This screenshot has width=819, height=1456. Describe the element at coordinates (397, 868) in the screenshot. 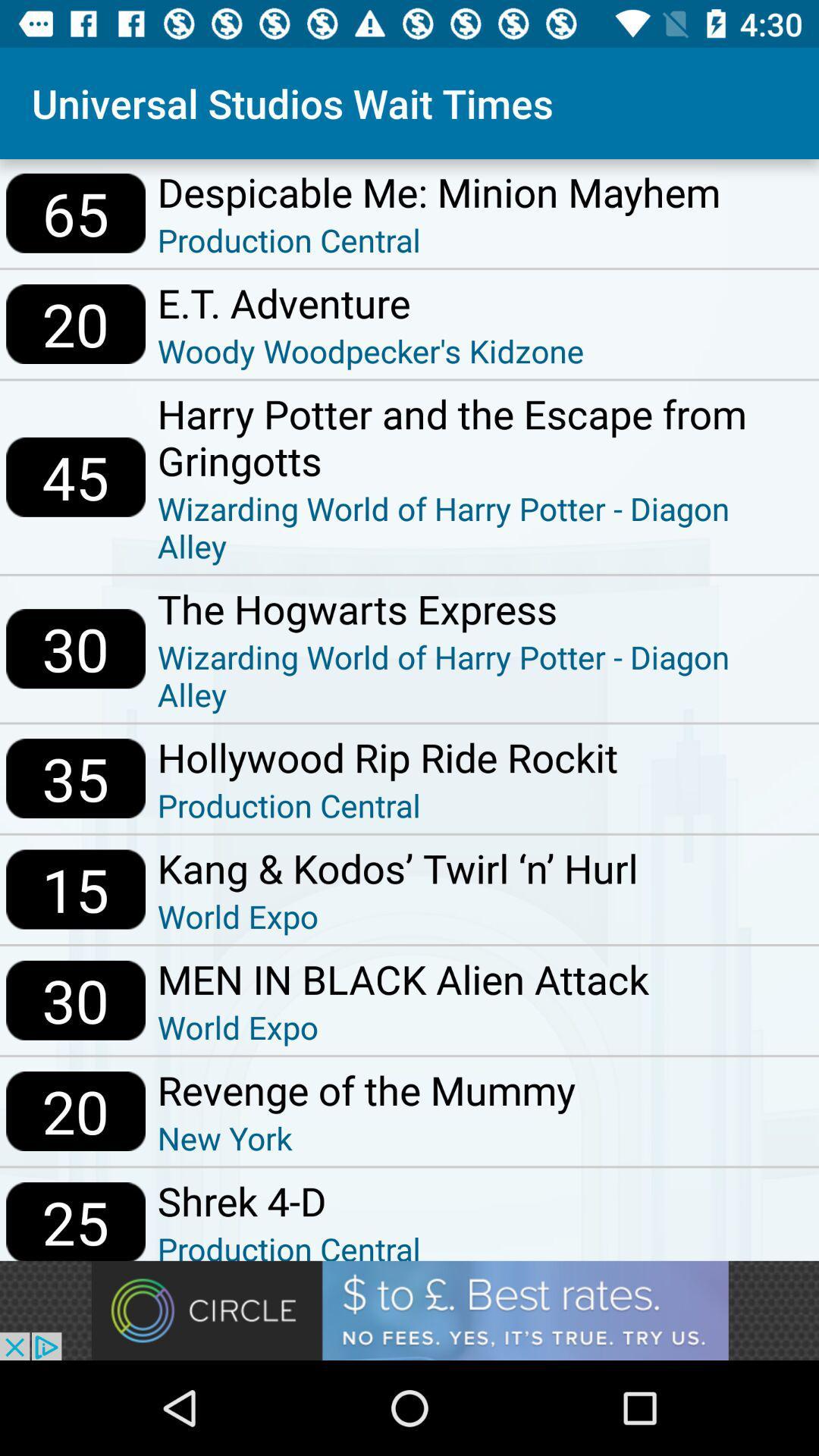

I see `the item to the right of 15 item` at that location.